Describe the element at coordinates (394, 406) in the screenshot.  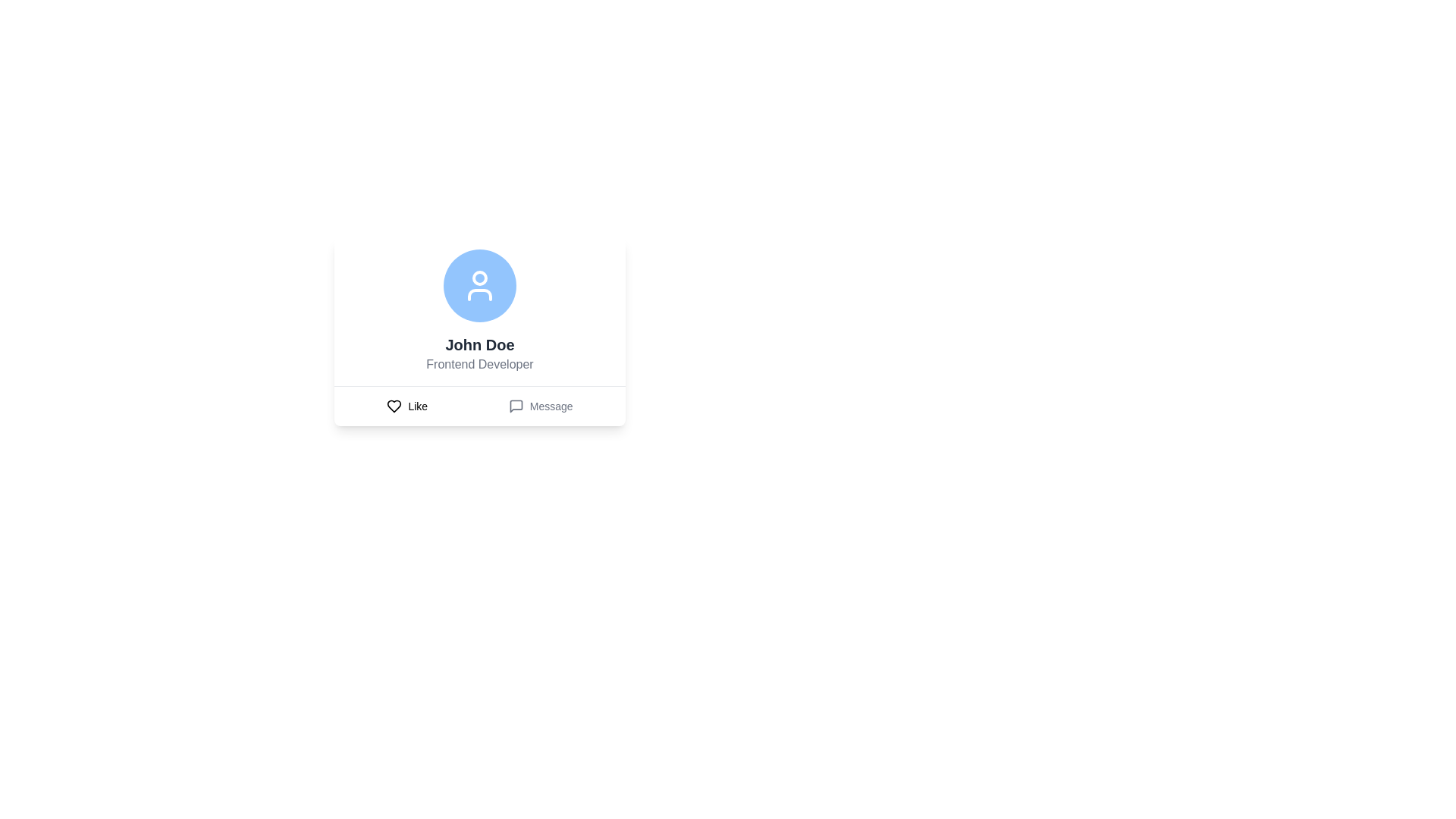
I see `the heart-shaped icon with a black outline next to the 'Like' text for interaction feedback` at that location.